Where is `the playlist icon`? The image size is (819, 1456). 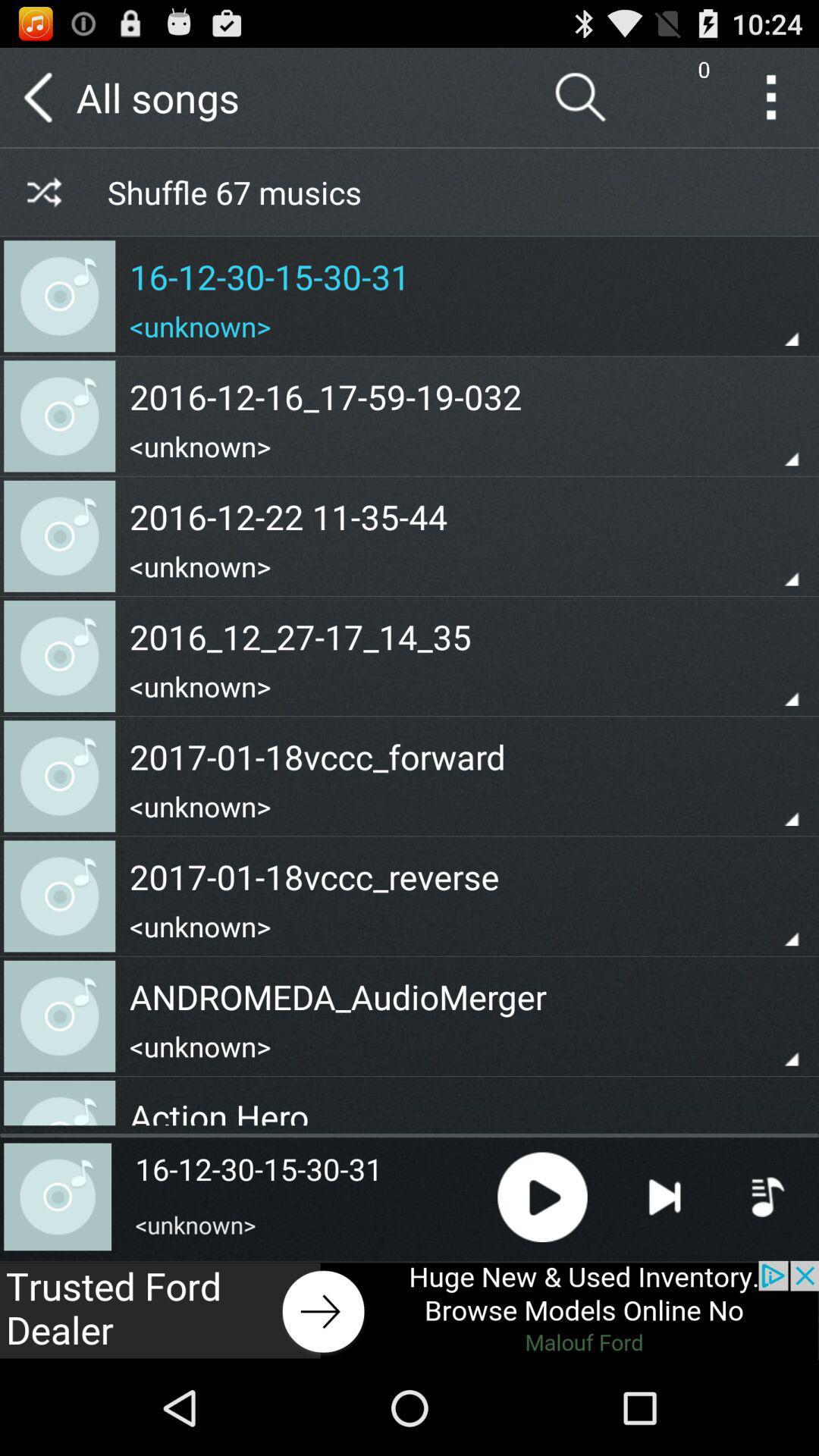
the playlist icon is located at coordinates (767, 1280).